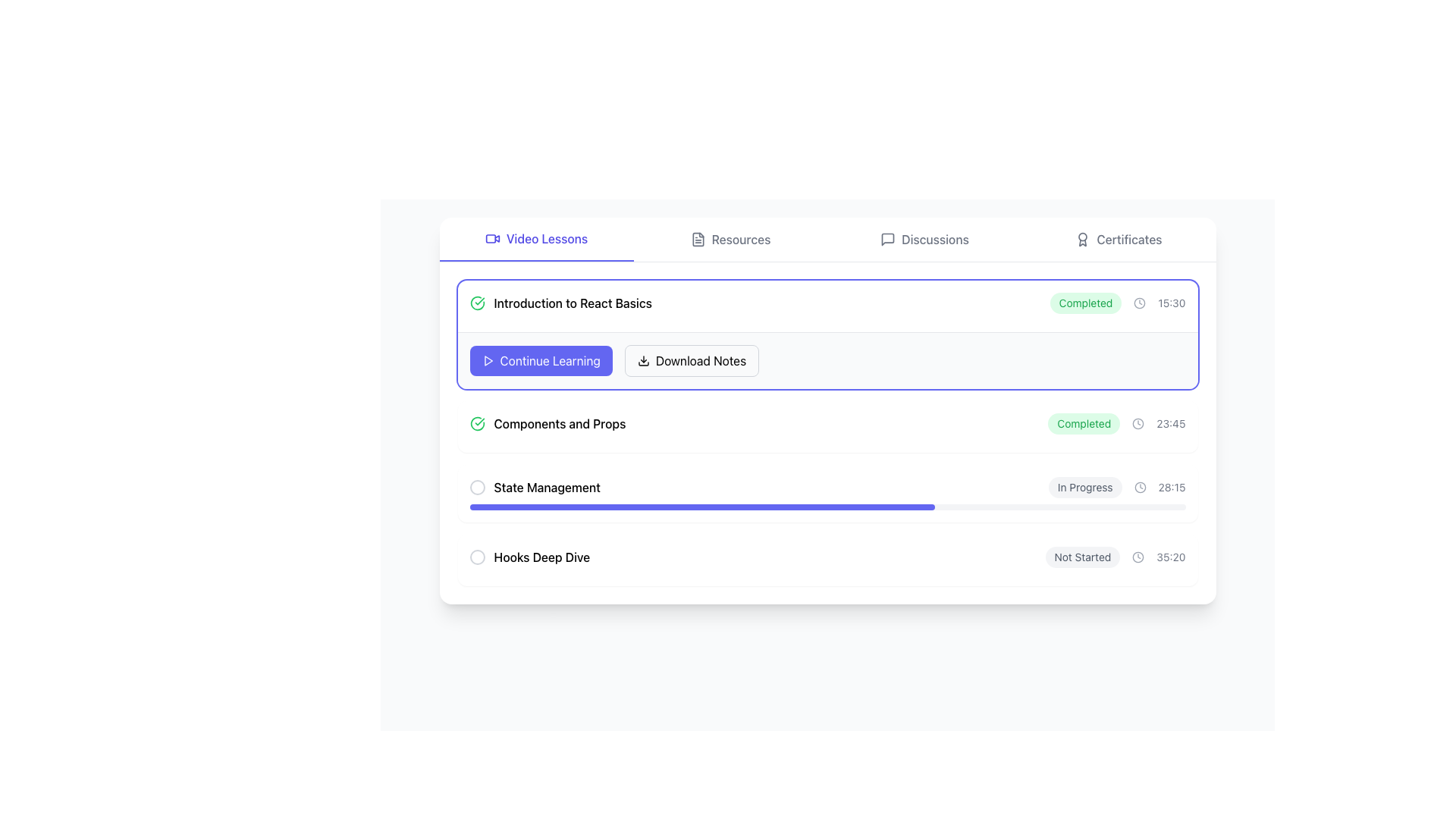 This screenshot has width=1456, height=819. I want to click on the clock icon located at the end of the row with status label 'Completed' and time '15:30', so click(1140, 303).